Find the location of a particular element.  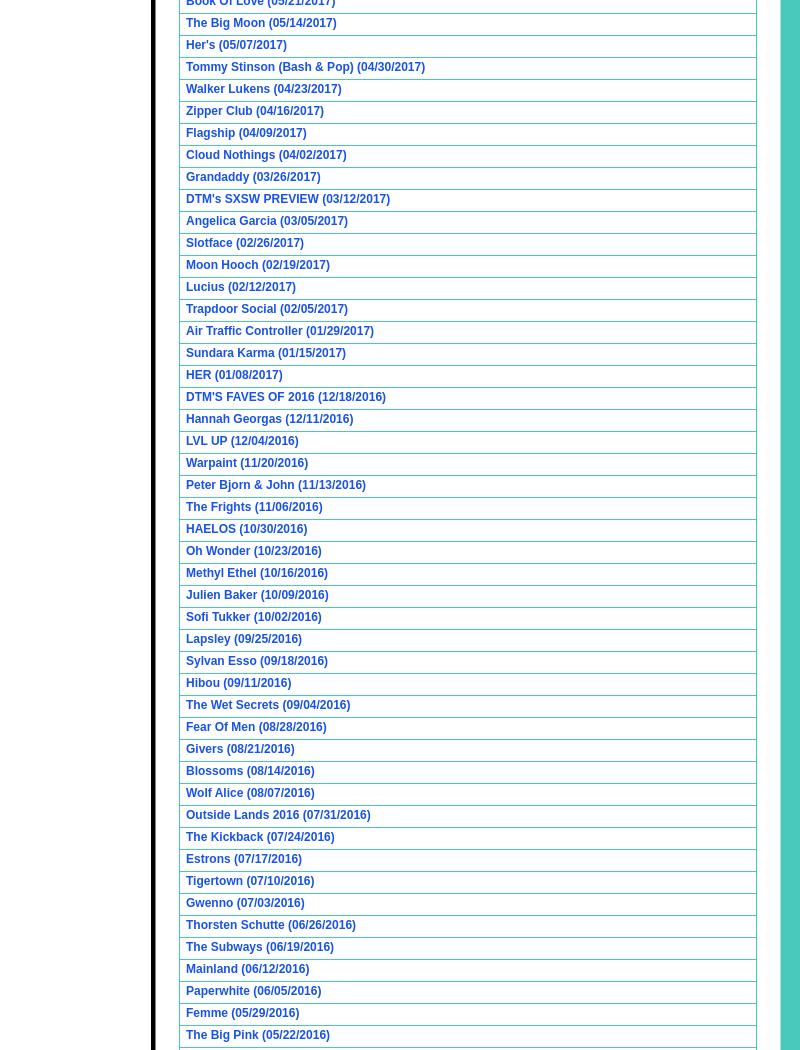

'Flagship (04/09/2017)' is located at coordinates (245, 132).